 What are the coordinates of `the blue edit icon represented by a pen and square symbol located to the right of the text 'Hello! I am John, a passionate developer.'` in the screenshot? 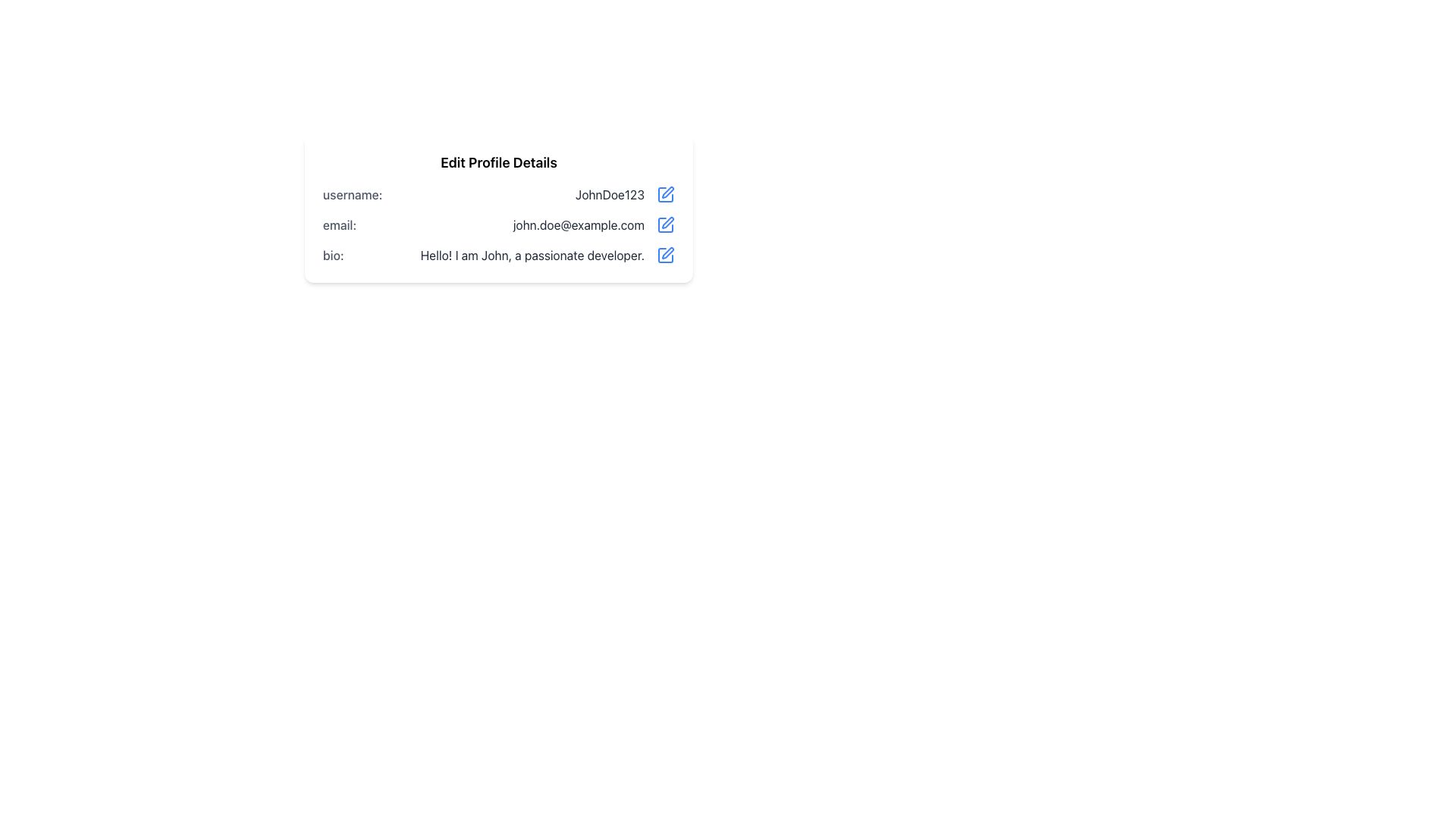 It's located at (666, 254).